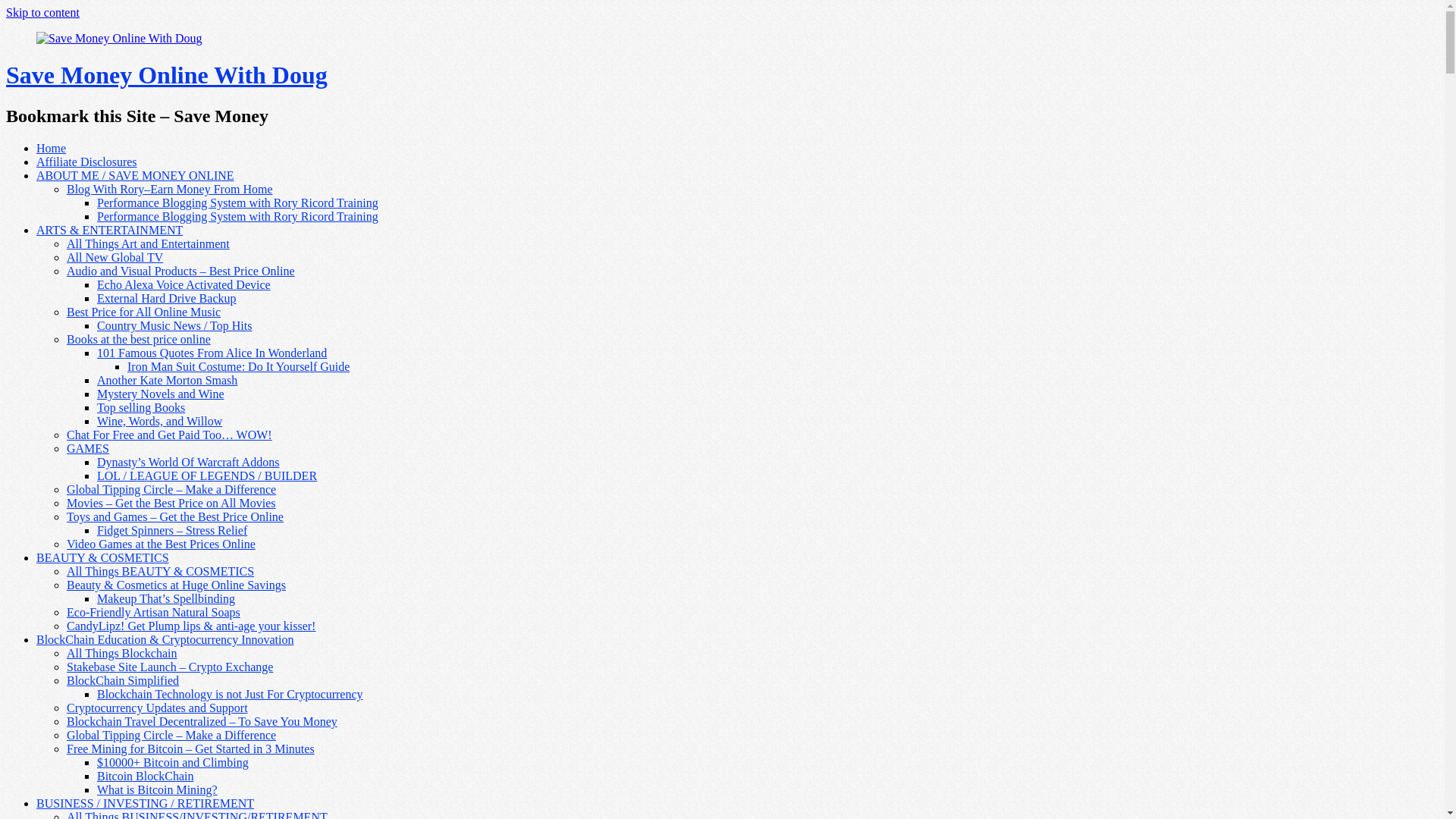  What do you see at coordinates (42, 12) in the screenshot?
I see `'Skip to content'` at bounding box center [42, 12].